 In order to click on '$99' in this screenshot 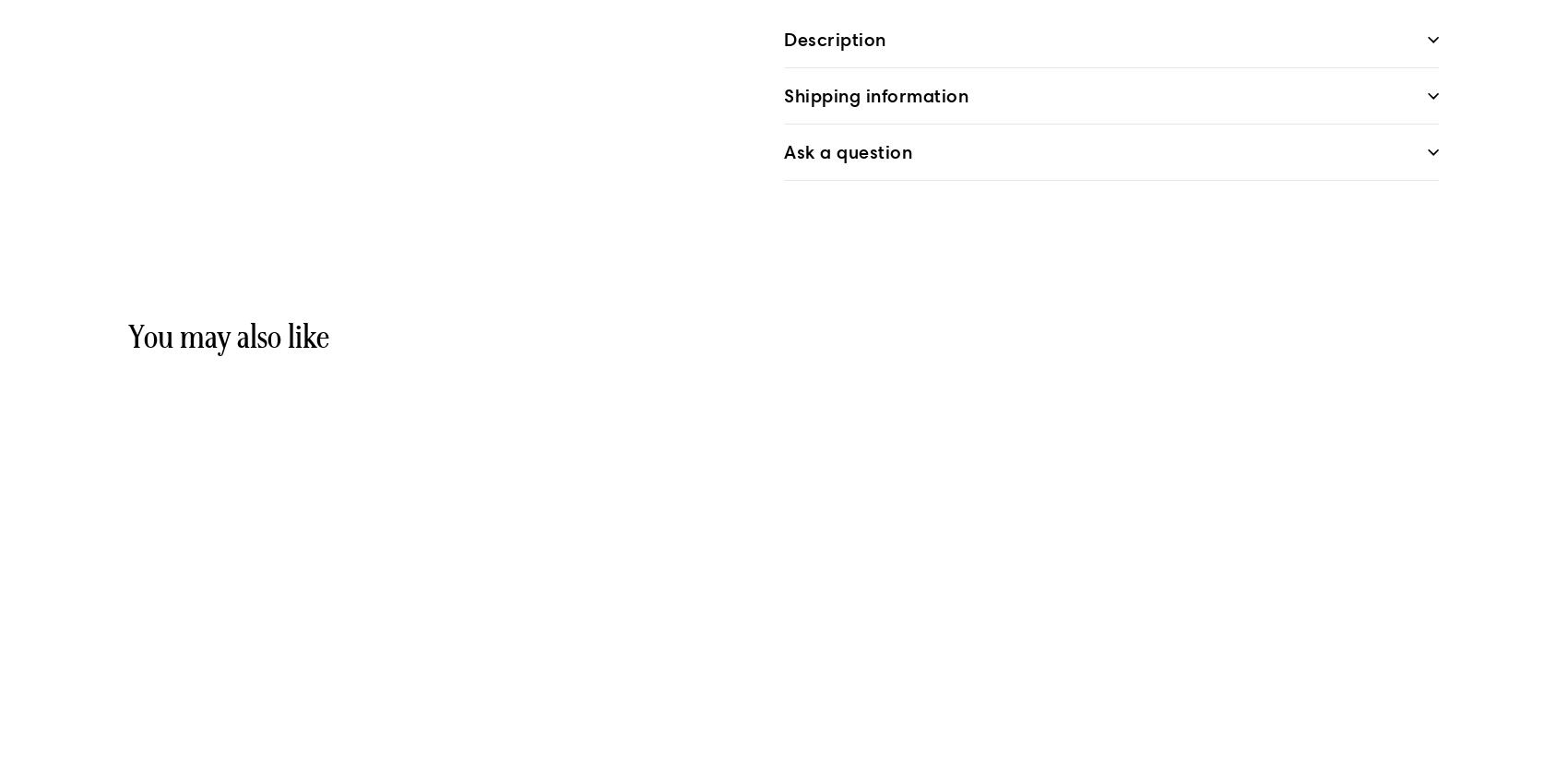, I will do `click(161, 728)`.